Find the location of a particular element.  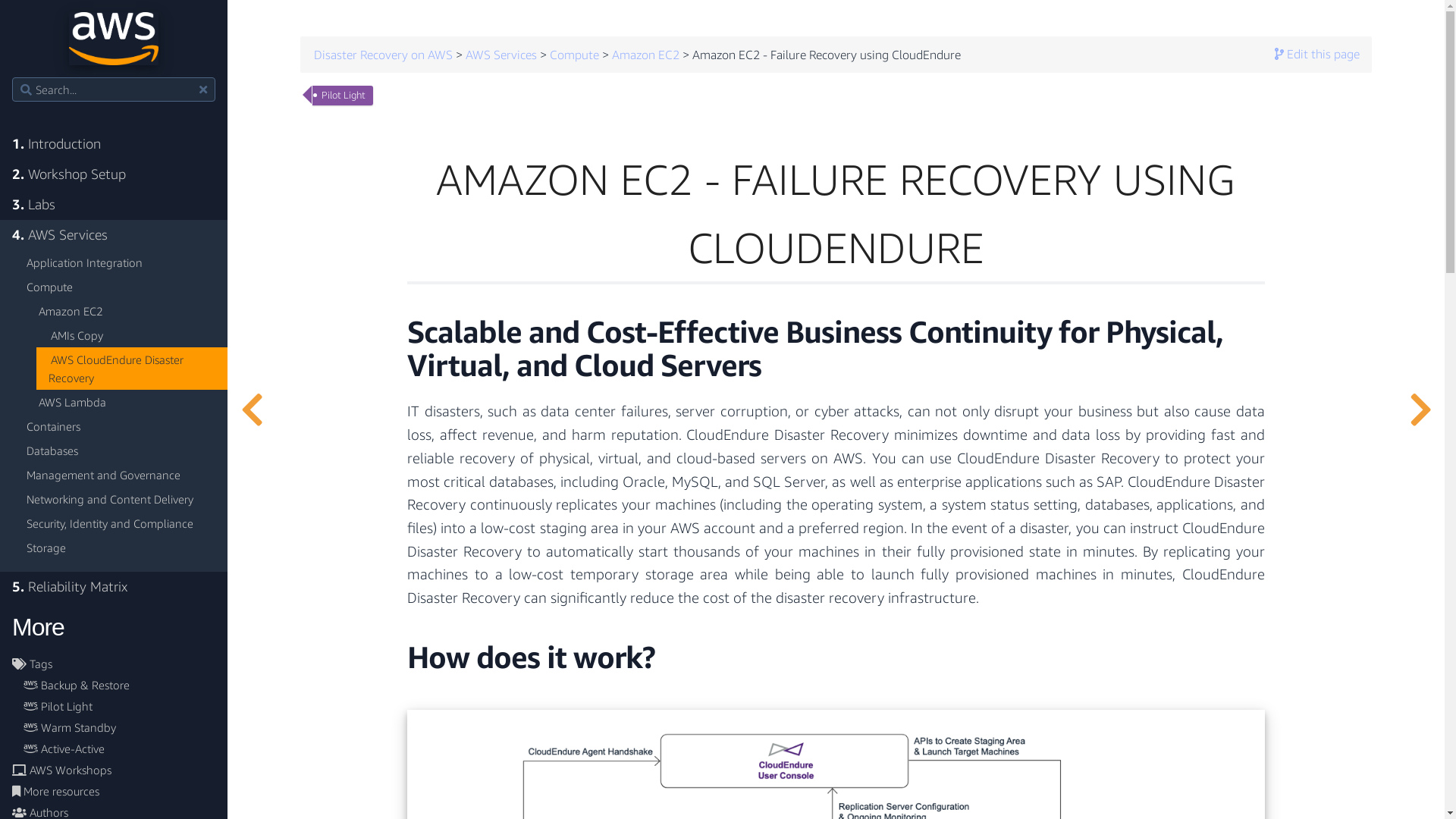

'Amazon EC2' is located at coordinates (645, 55).